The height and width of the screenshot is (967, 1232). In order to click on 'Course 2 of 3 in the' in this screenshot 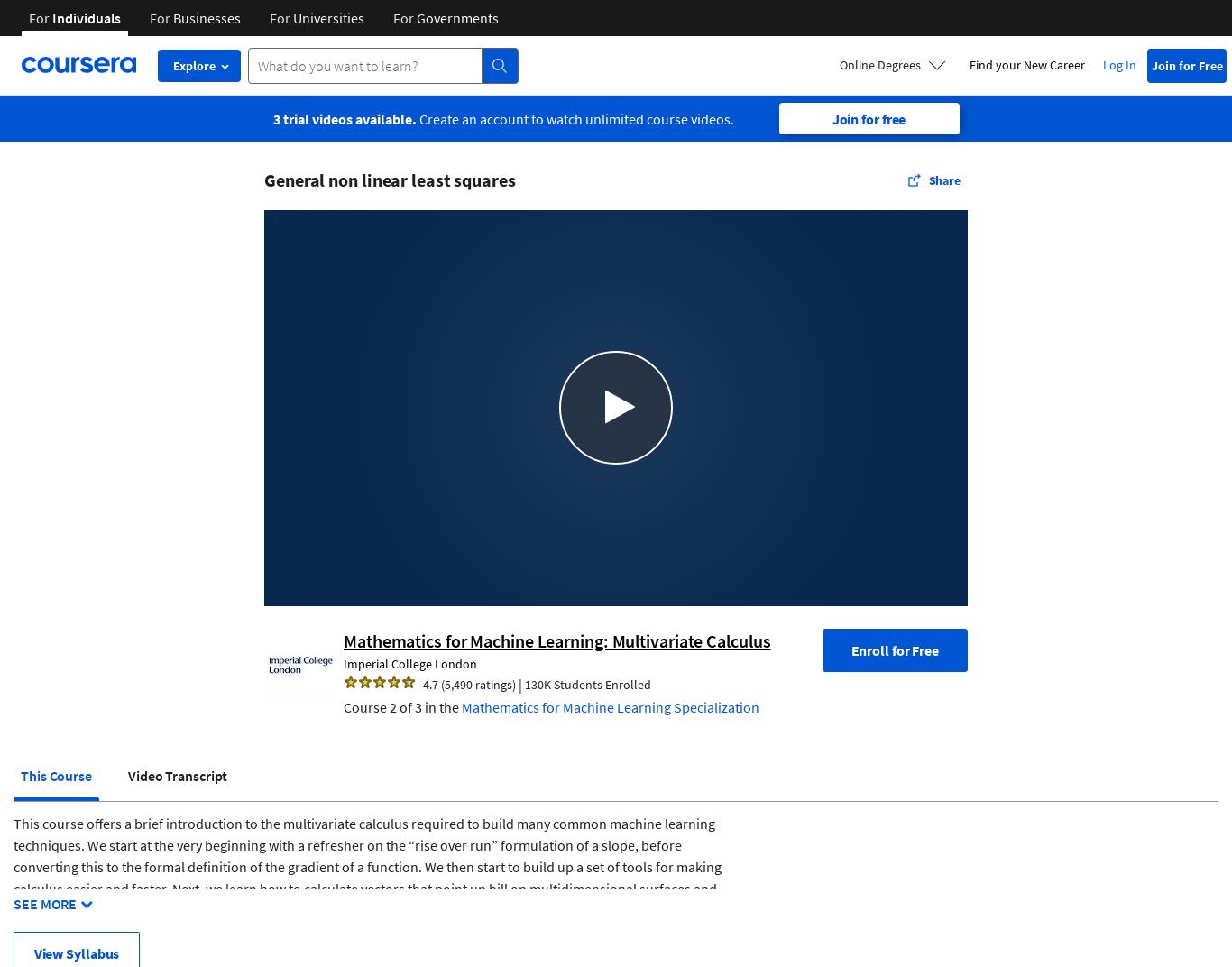, I will do `click(401, 705)`.